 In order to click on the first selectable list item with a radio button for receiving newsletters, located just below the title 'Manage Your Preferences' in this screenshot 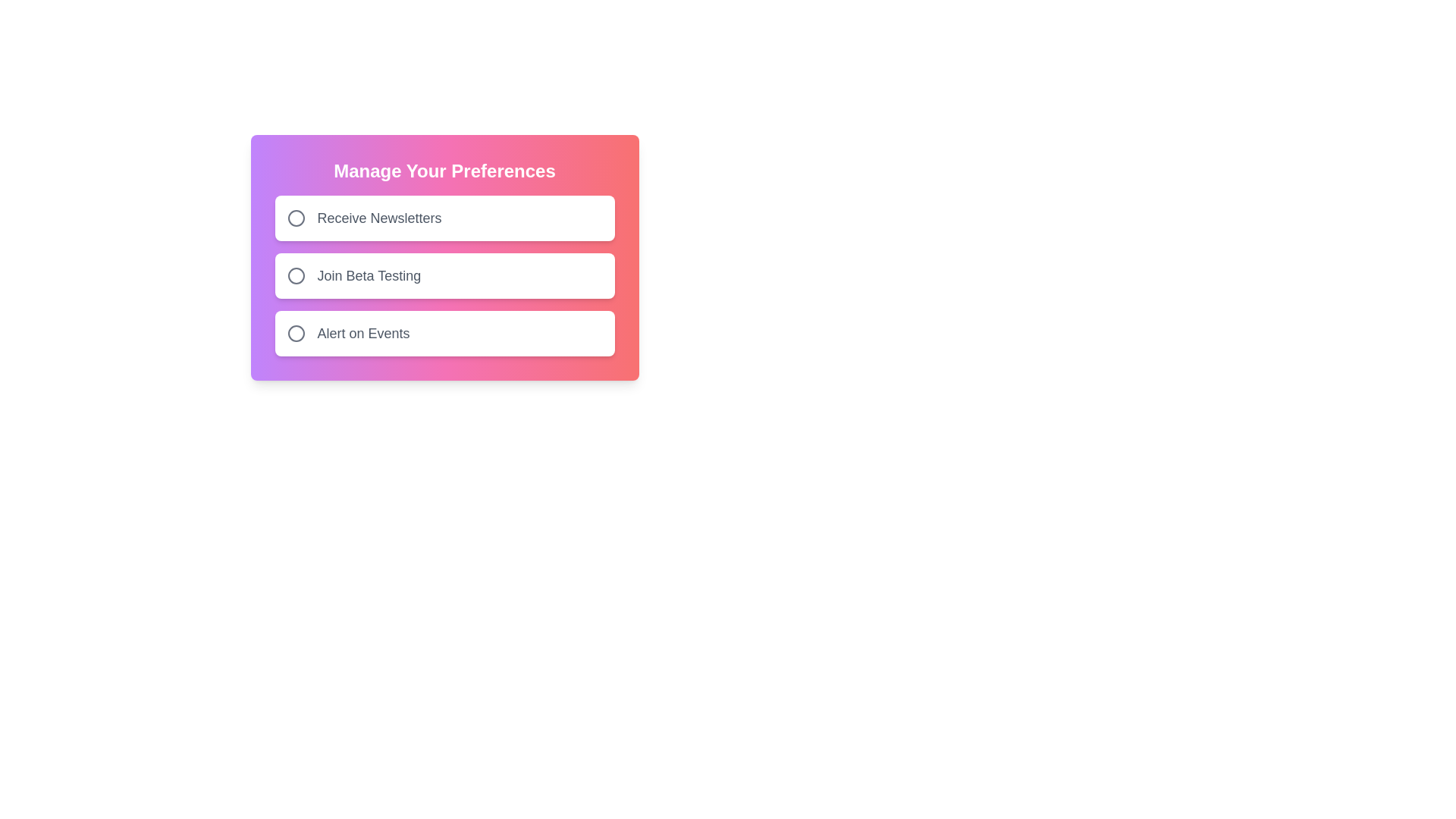, I will do `click(444, 218)`.